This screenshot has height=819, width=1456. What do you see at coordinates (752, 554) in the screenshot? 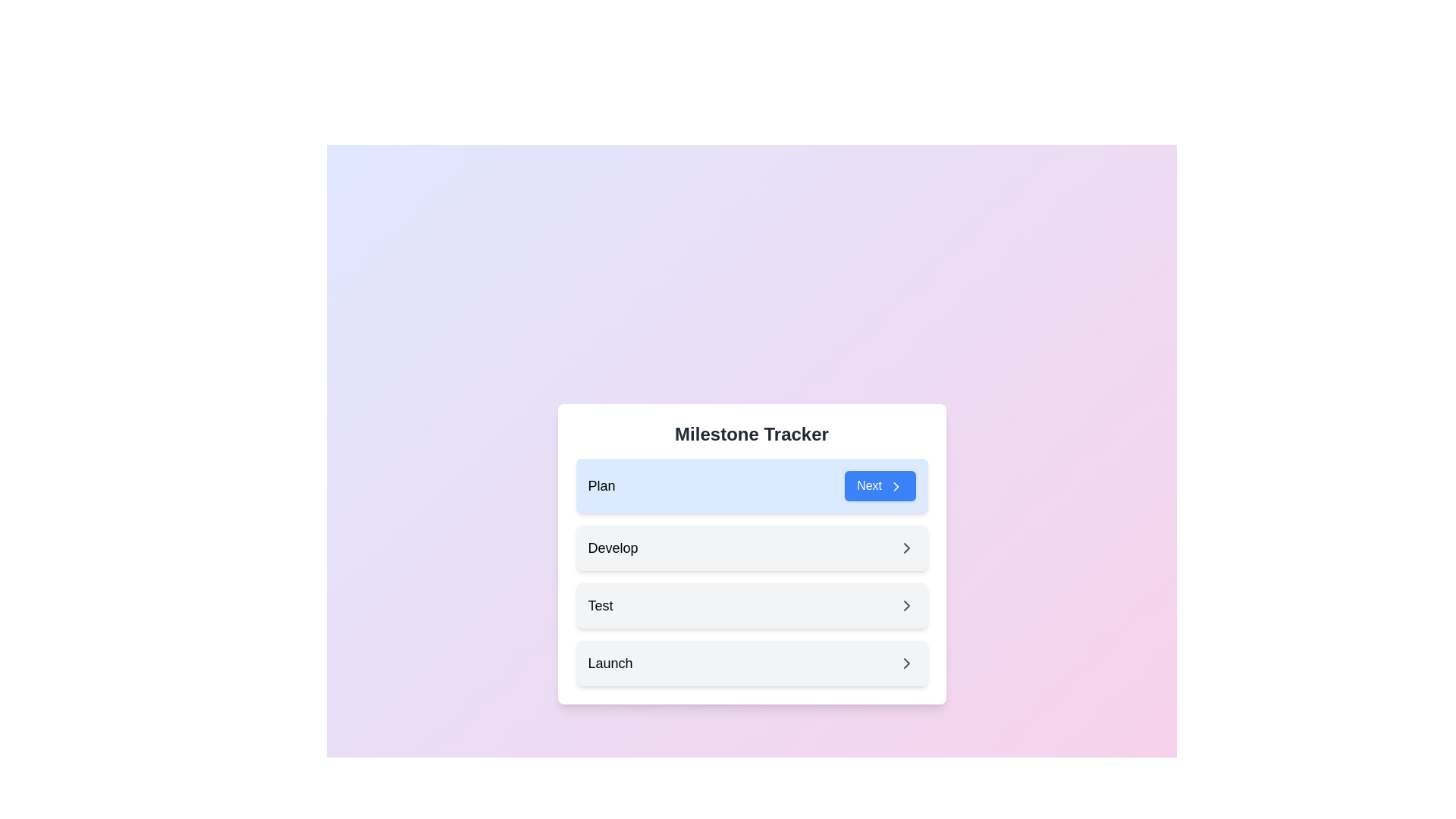
I see `the second Milestone Card named 'Develop' in the Milestone Tracker, positioned between 'Plan' and 'Test'` at bounding box center [752, 554].